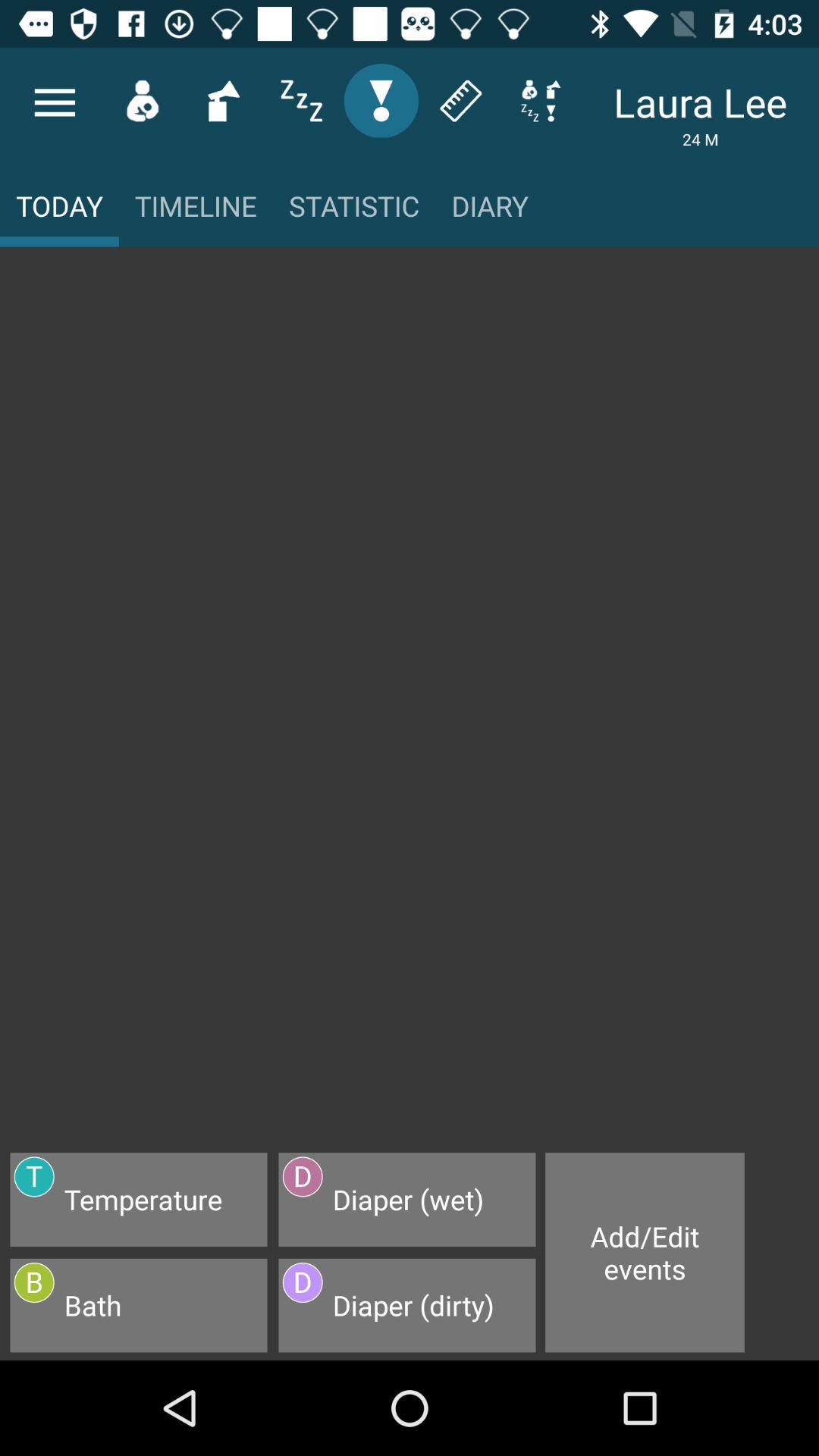 This screenshot has width=819, height=1456. What do you see at coordinates (301, 99) in the screenshot?
I see `the sliders icon` at bounding box center [301, 99].